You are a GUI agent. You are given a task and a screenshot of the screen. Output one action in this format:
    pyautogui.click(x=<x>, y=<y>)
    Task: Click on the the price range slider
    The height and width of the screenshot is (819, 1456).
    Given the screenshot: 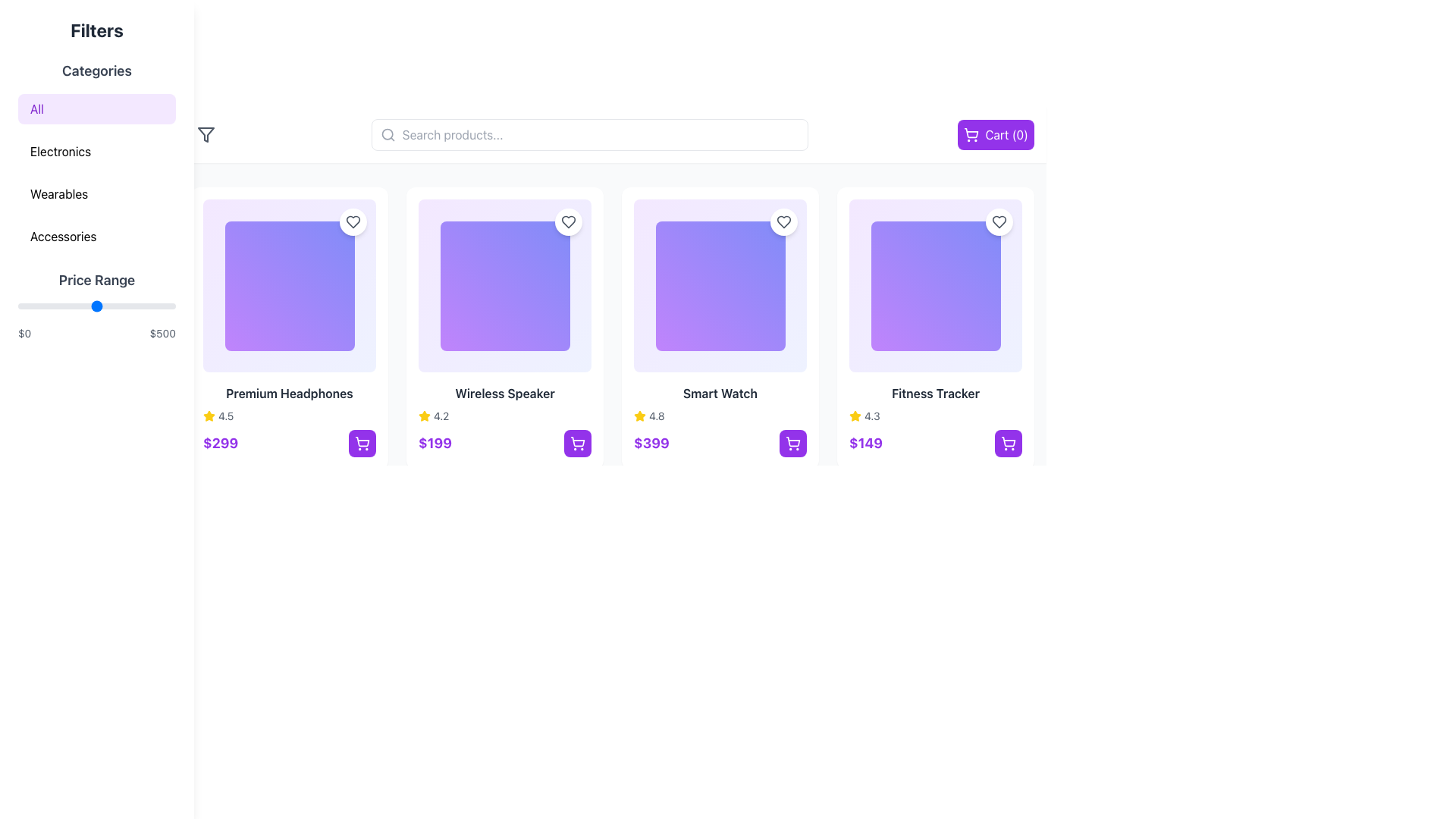 What is the action you would take?
    pyautogui.click(x=36, y=306)
    